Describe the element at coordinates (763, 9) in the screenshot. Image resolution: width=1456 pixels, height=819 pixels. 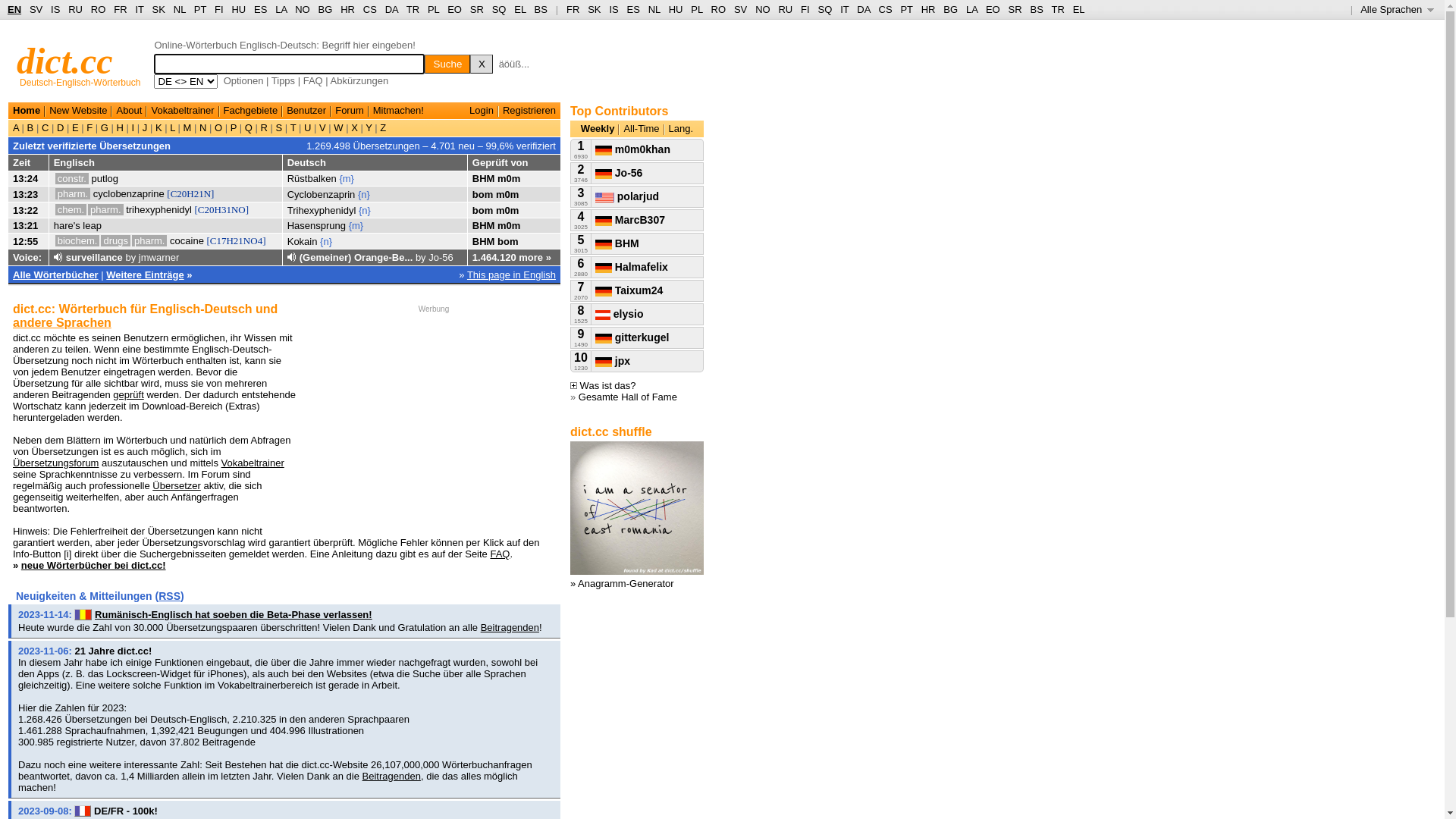
I see `'NO'` at that location.